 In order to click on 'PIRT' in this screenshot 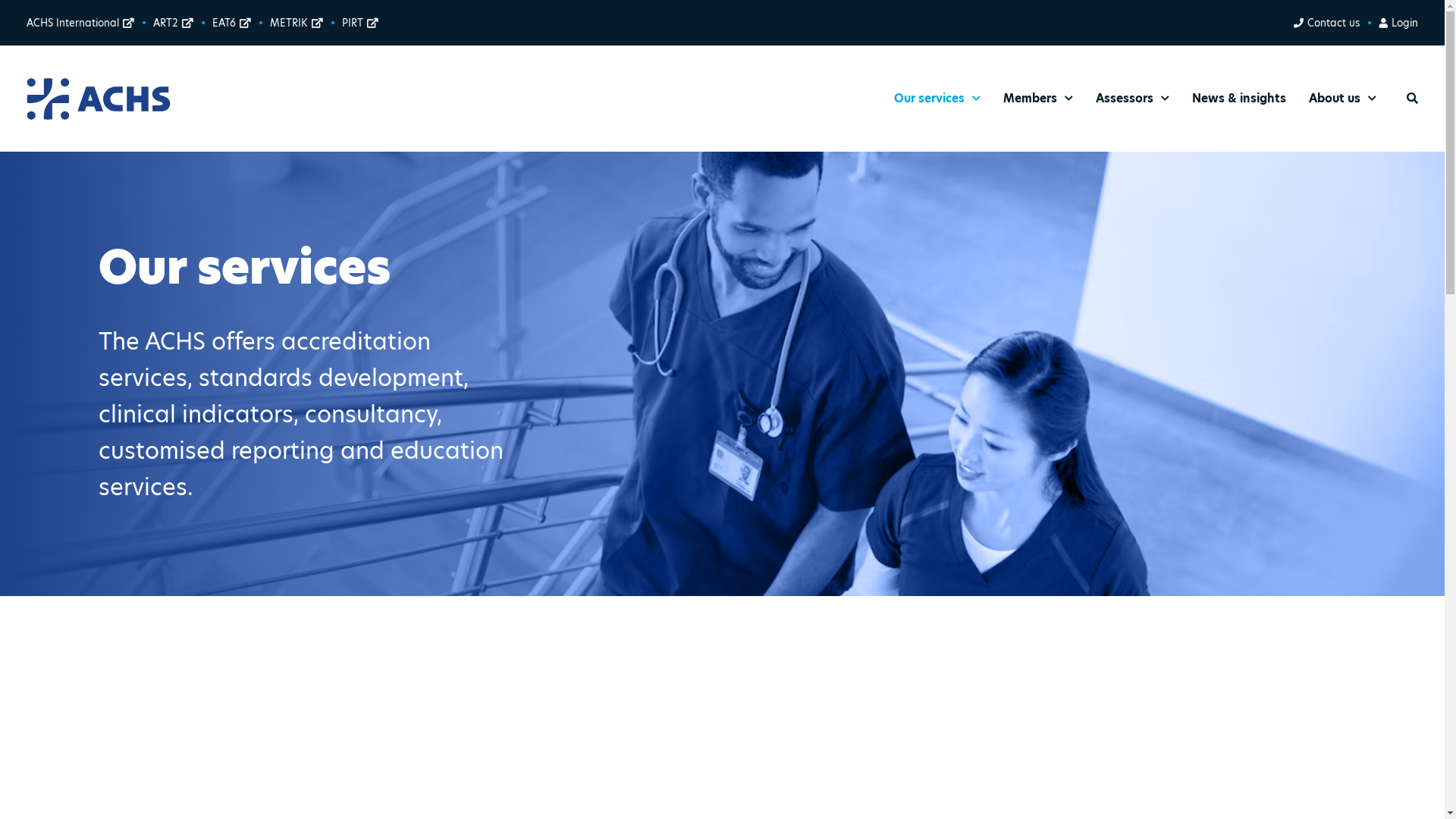, I will do `click(359, 23)`.